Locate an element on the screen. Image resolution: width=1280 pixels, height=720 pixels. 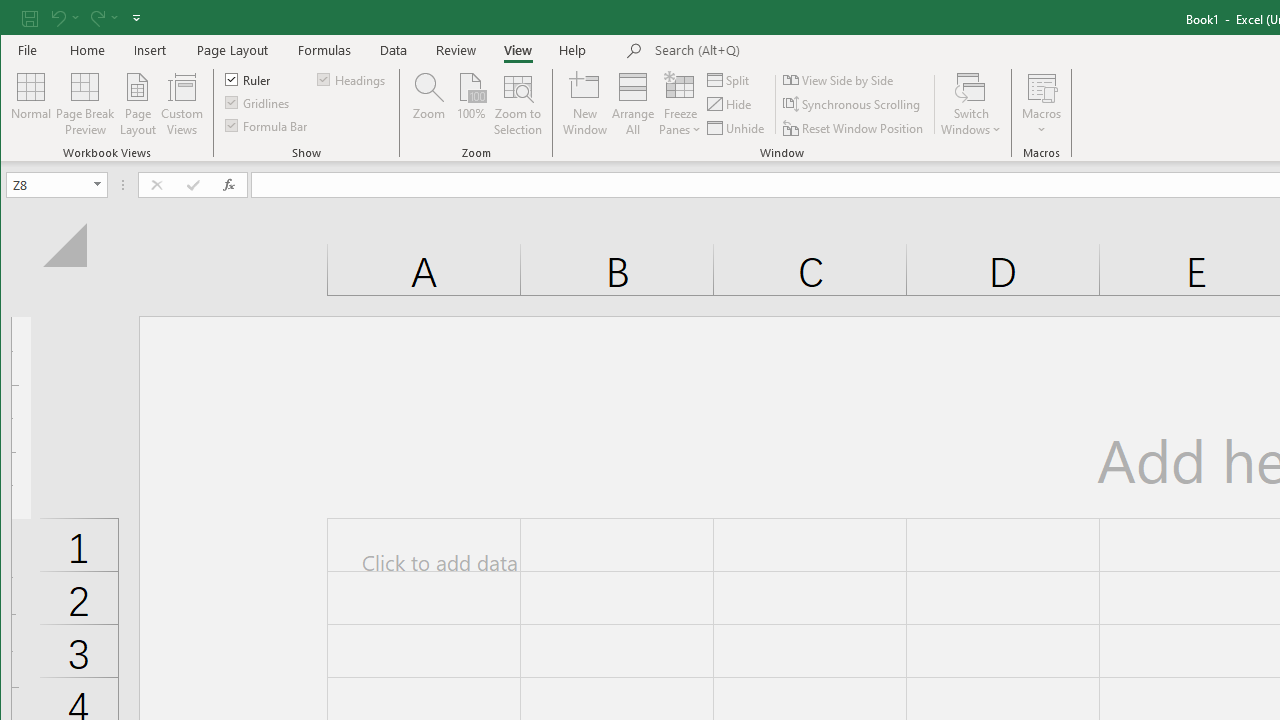
'New Window' is located at coordinates (584, 104).